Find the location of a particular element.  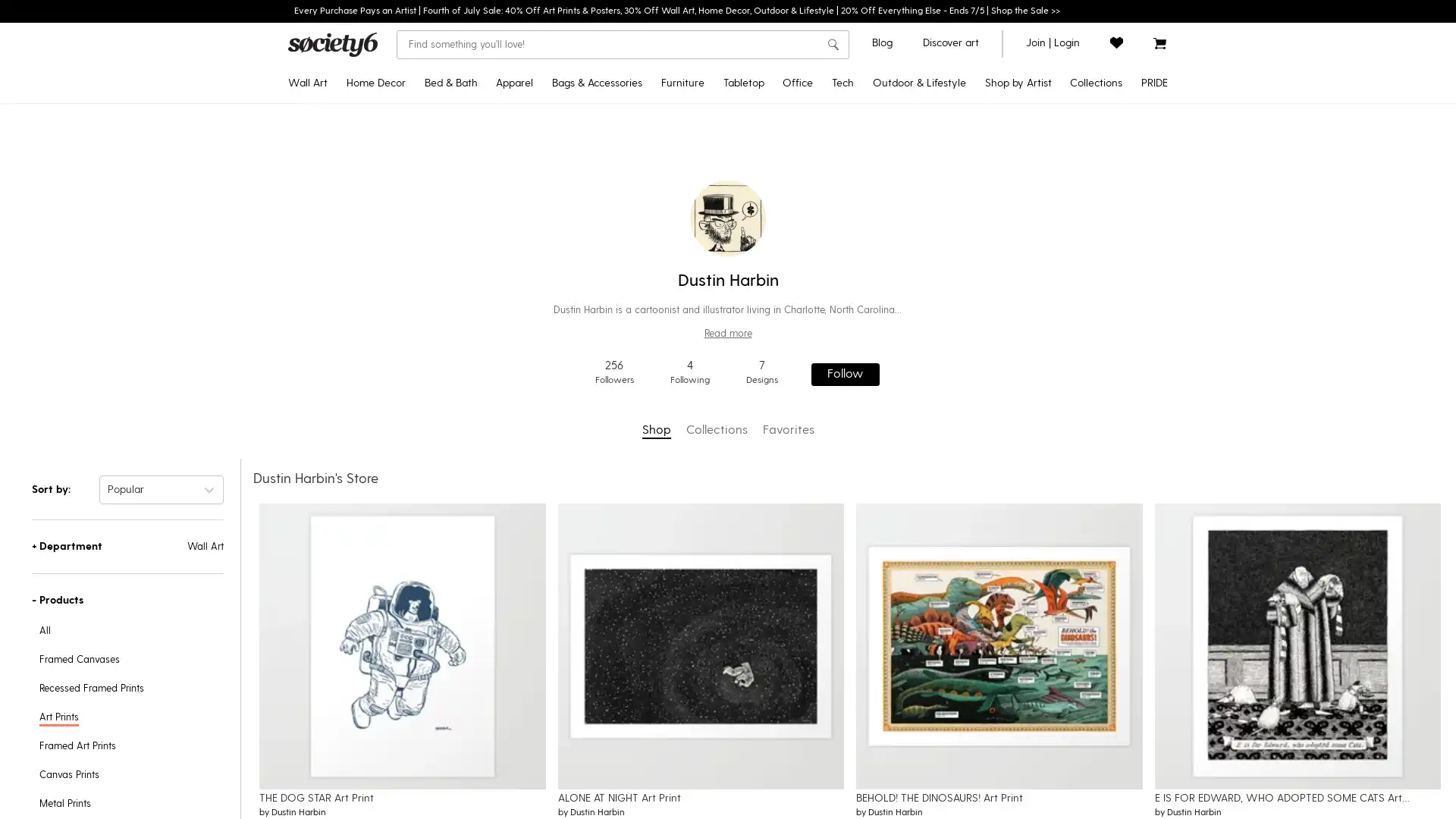

Benches is located at coordinates (708, 146).